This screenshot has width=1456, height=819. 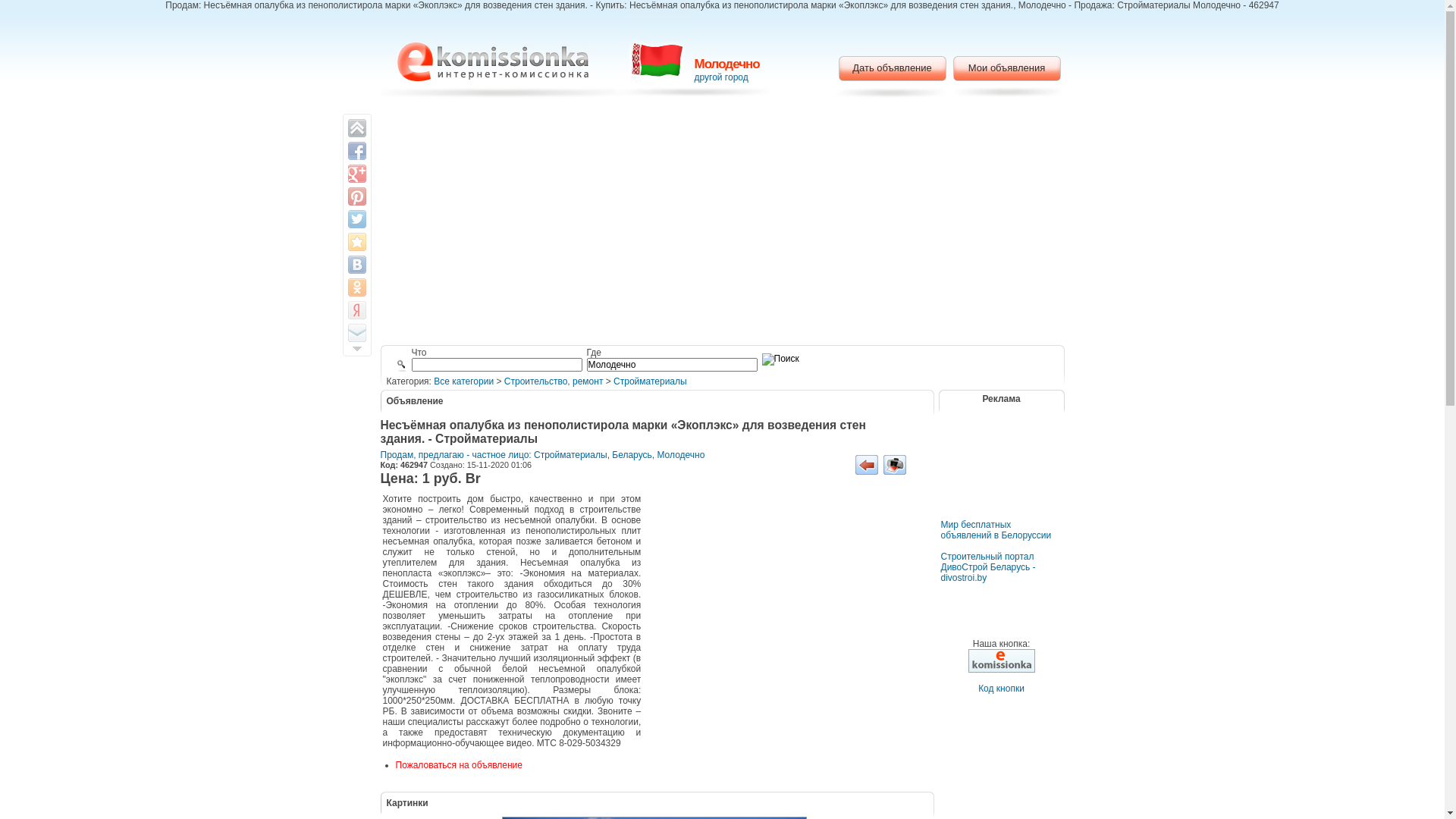 I want to click on 'Save to Yandex Bookmarks', so click(x=356, y=309).